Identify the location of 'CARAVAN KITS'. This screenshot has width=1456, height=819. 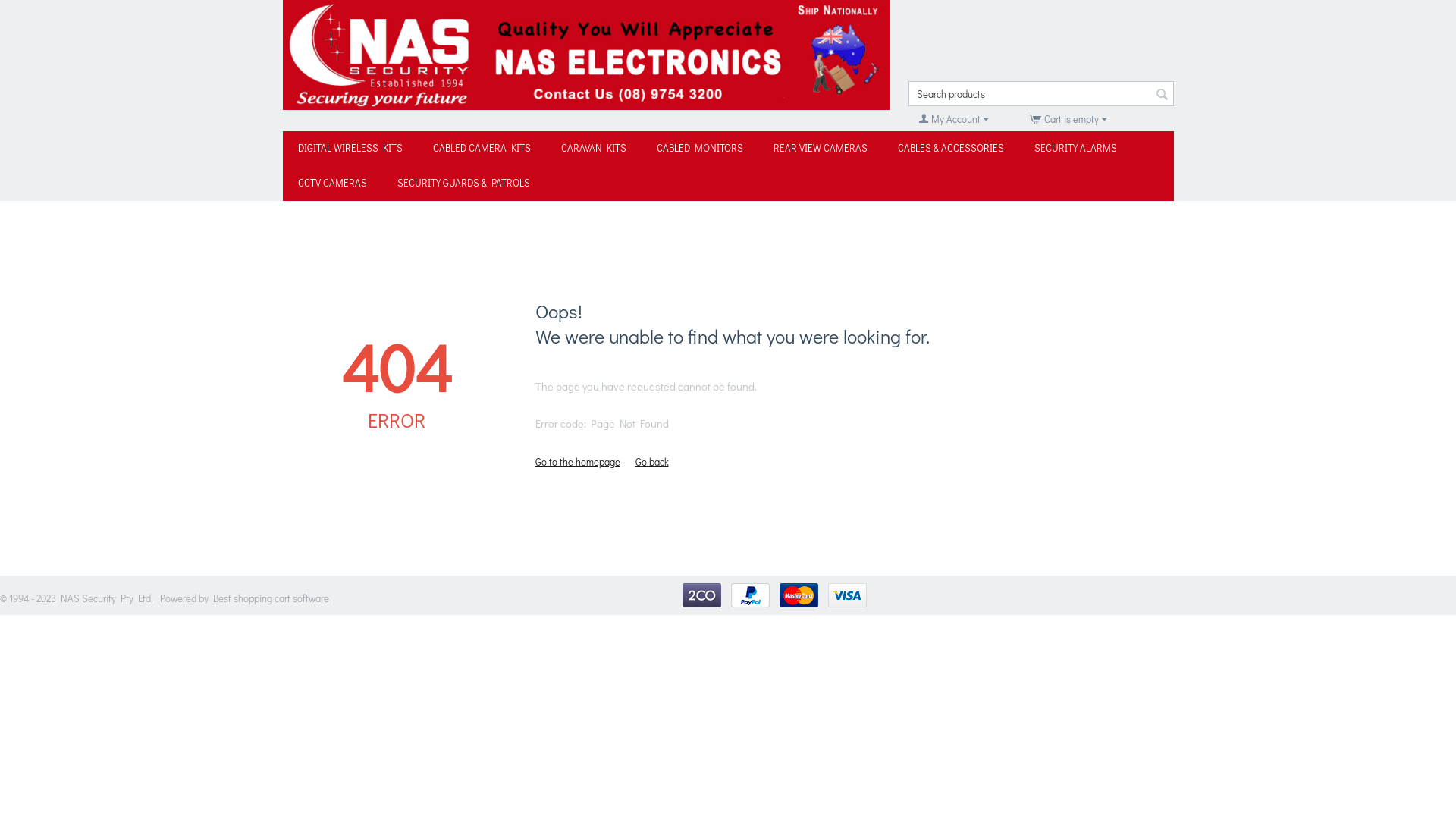
(592, 149).